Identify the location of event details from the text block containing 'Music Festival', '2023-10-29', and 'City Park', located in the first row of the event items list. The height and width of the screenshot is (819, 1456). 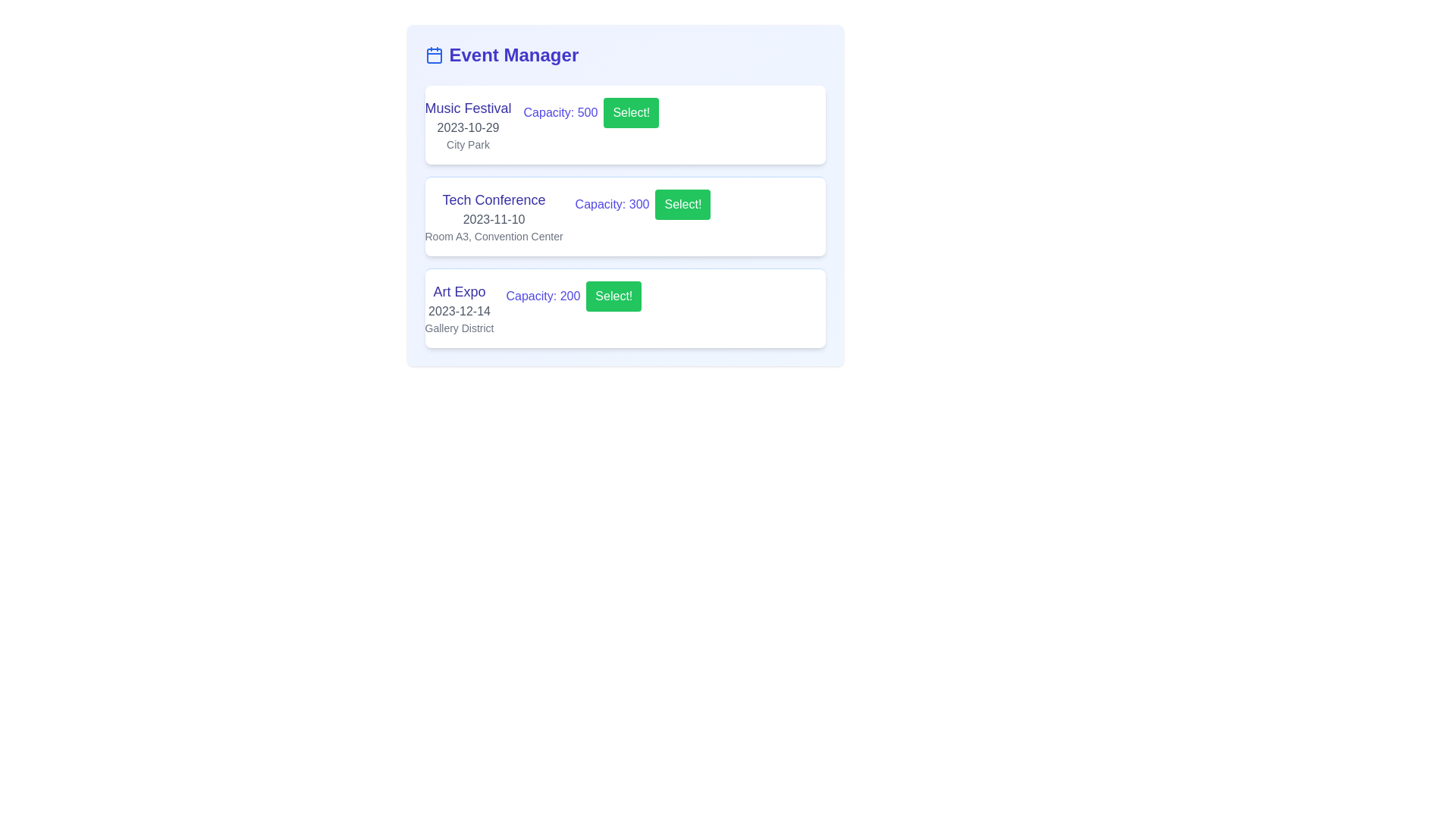
(467, 124).